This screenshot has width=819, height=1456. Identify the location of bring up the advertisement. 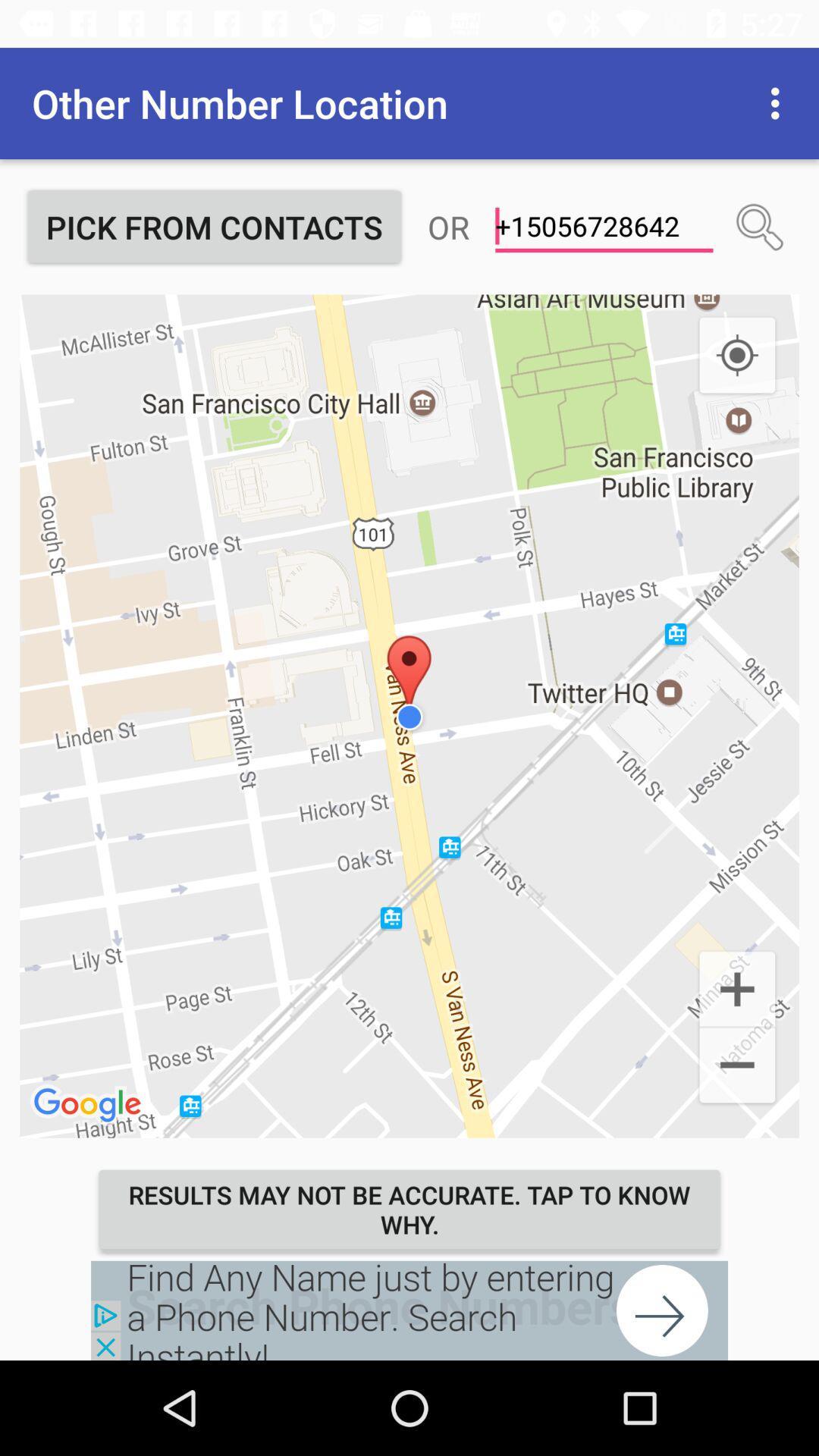
(409, 1310).